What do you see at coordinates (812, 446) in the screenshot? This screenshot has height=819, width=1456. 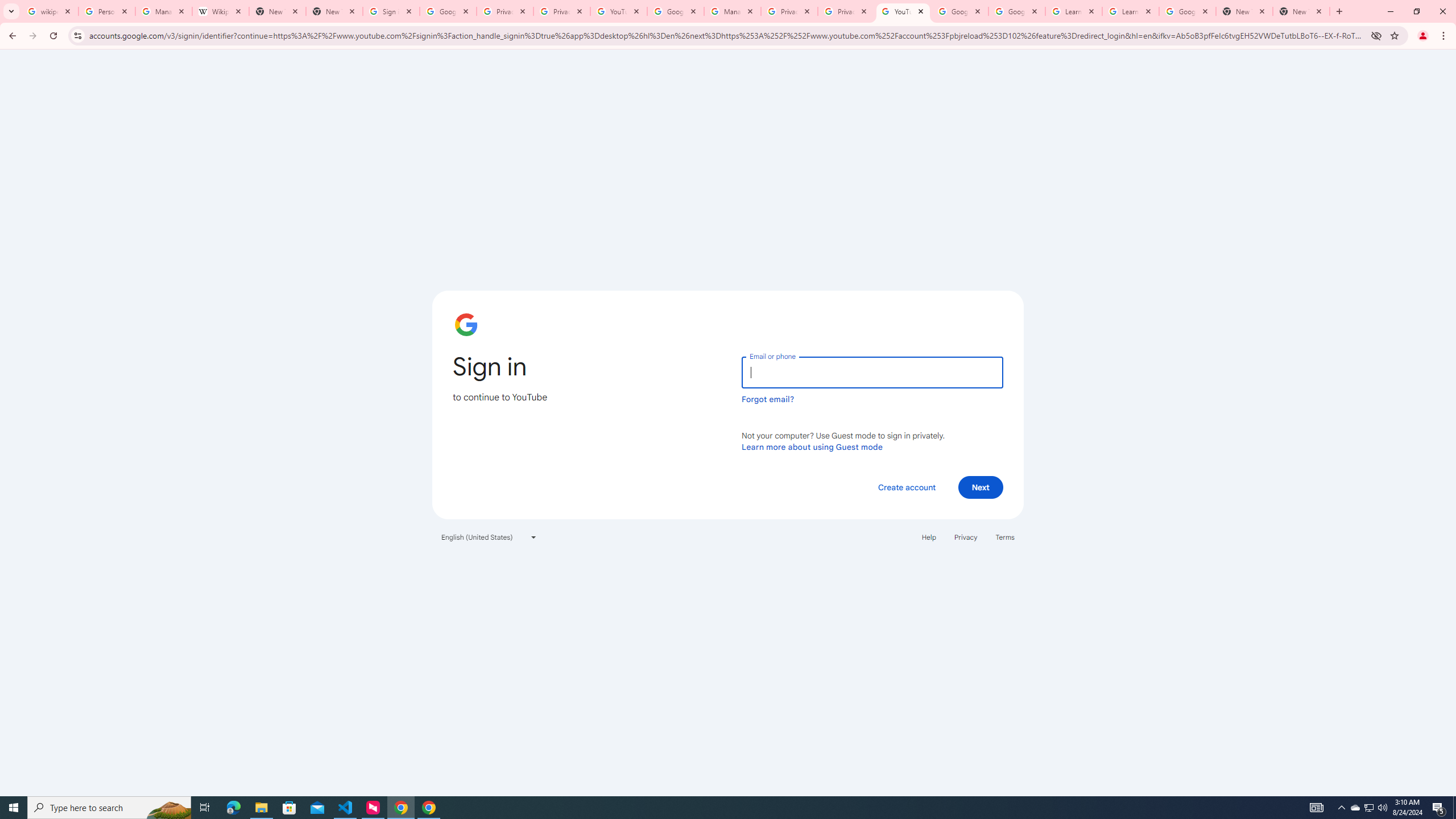 I see `'Learn more about using Guest mode'` at bounding box center [812, 446].